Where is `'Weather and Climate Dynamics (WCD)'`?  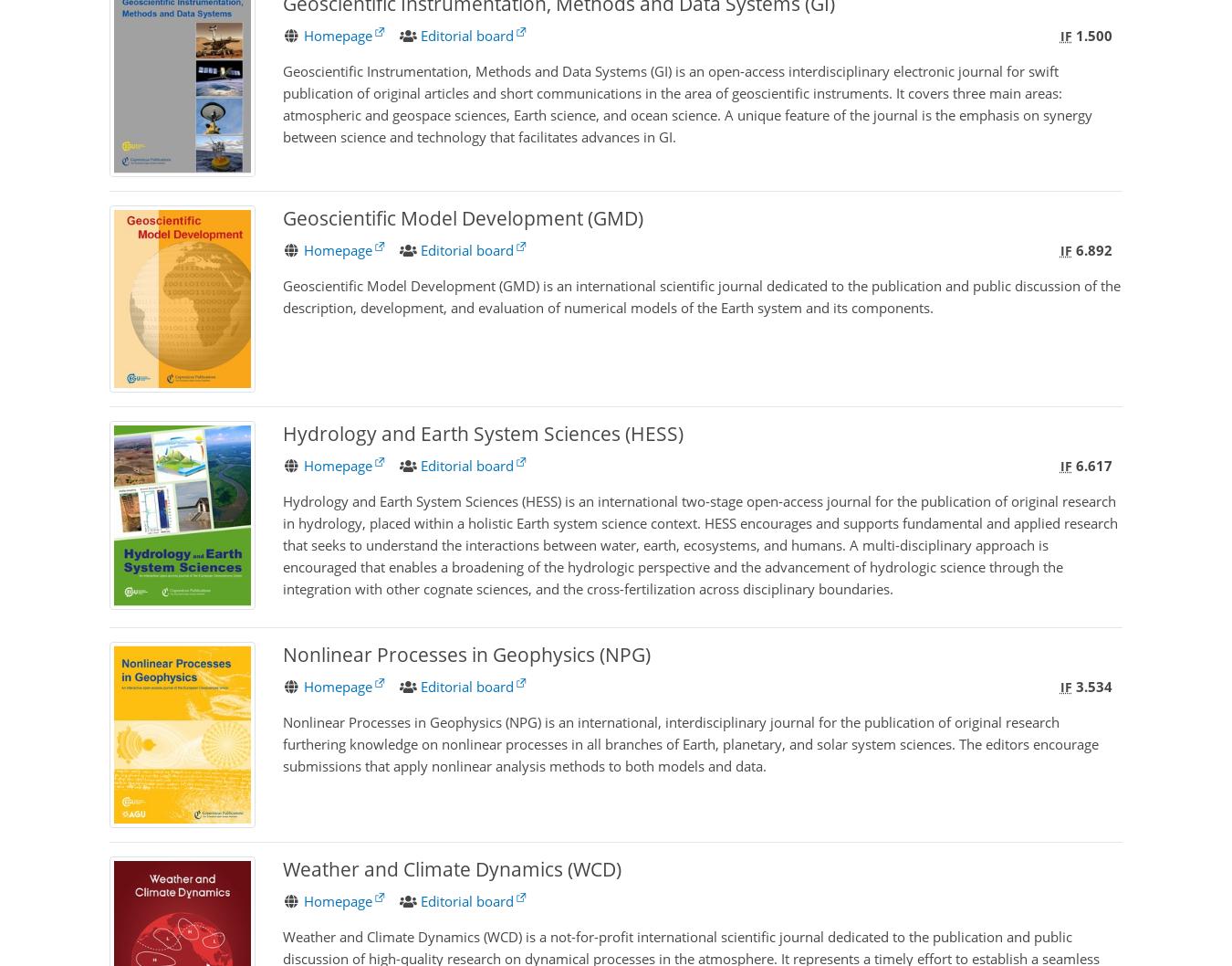 'Weather and Climate Dynamics (WCD)' is located at coordinates (451, 868).